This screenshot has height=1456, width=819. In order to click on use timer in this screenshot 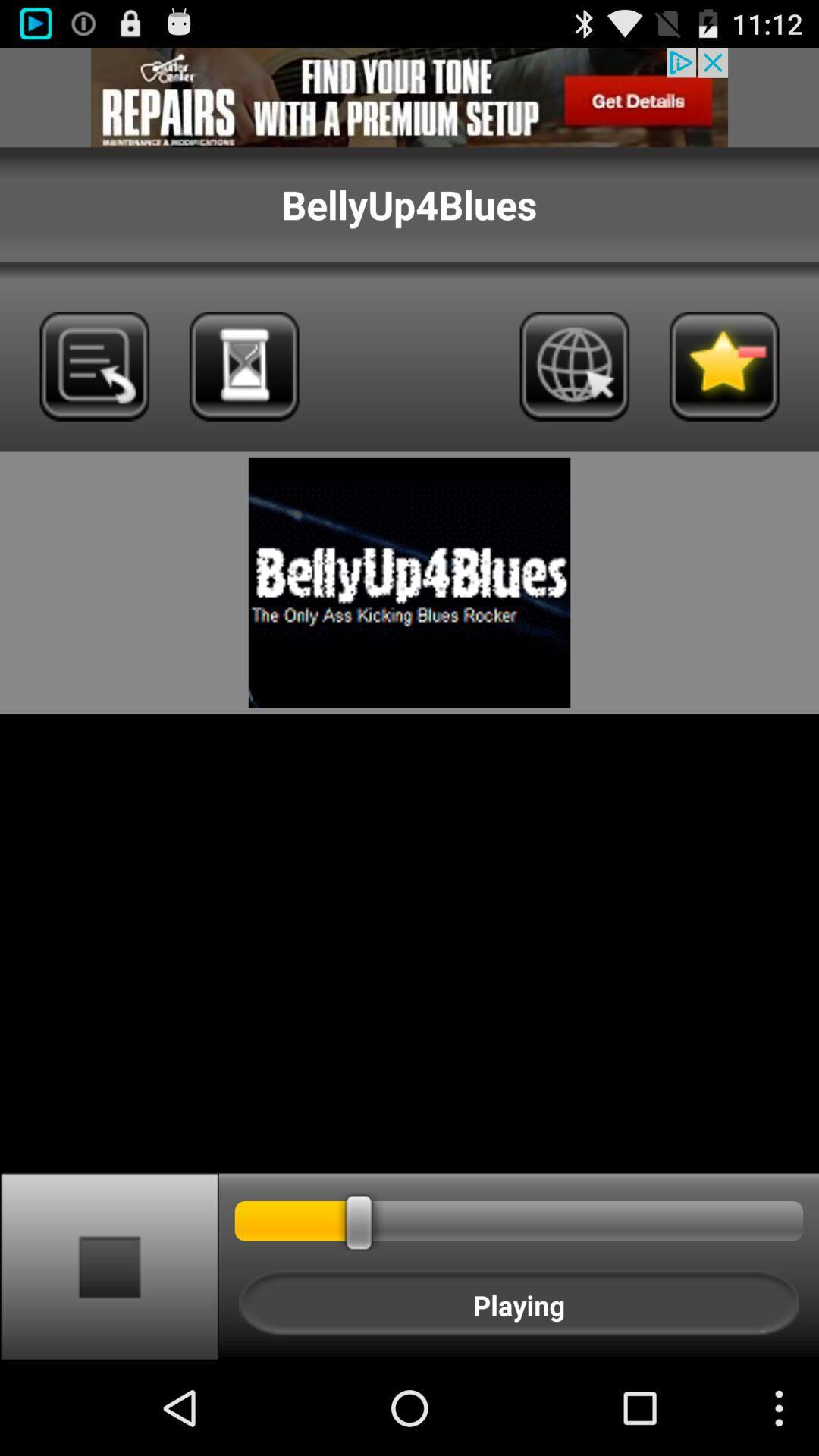, I will do `click(243, 366)`.